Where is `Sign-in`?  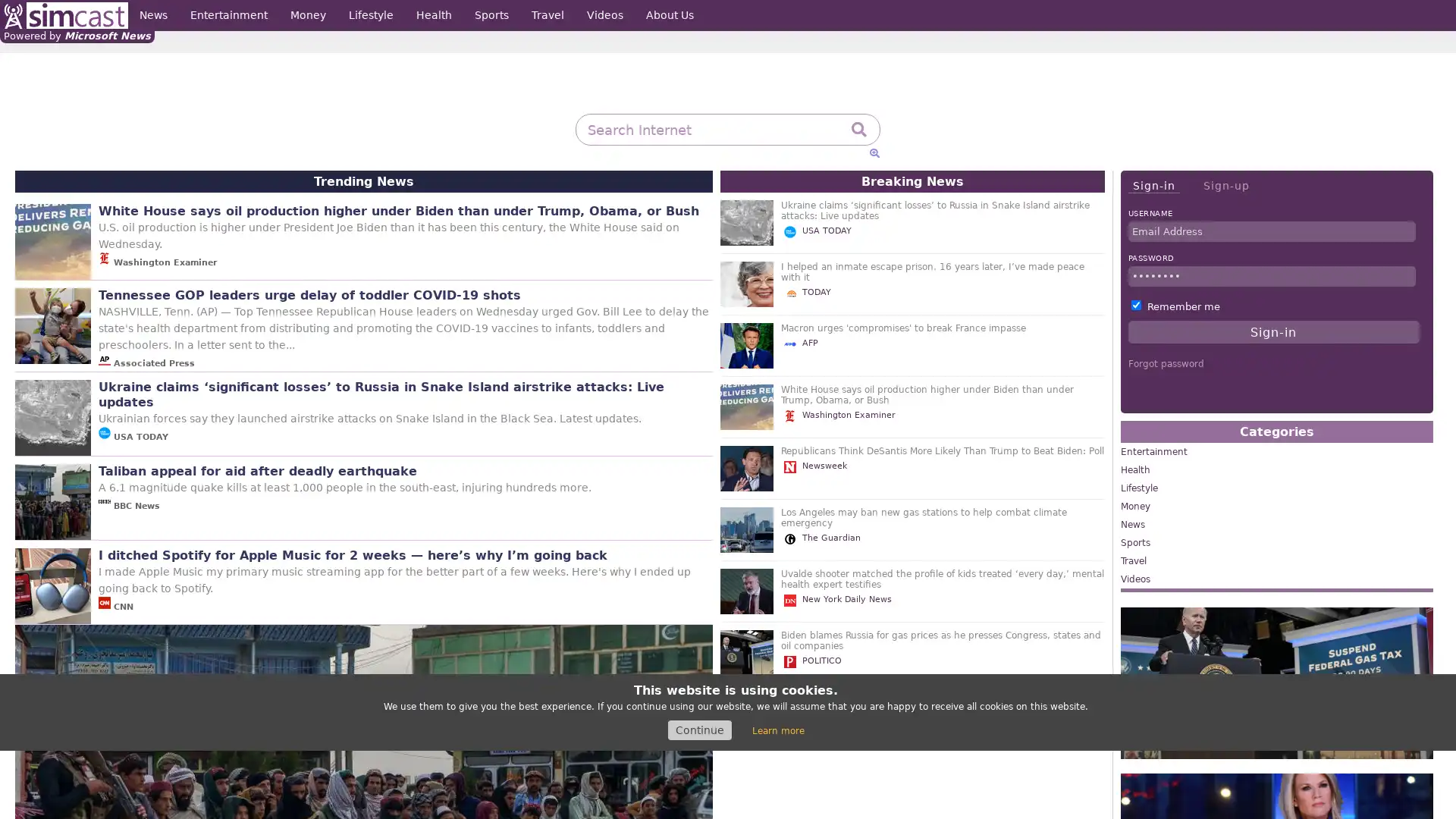 Sign-in is located at coordinates (1273, 331).